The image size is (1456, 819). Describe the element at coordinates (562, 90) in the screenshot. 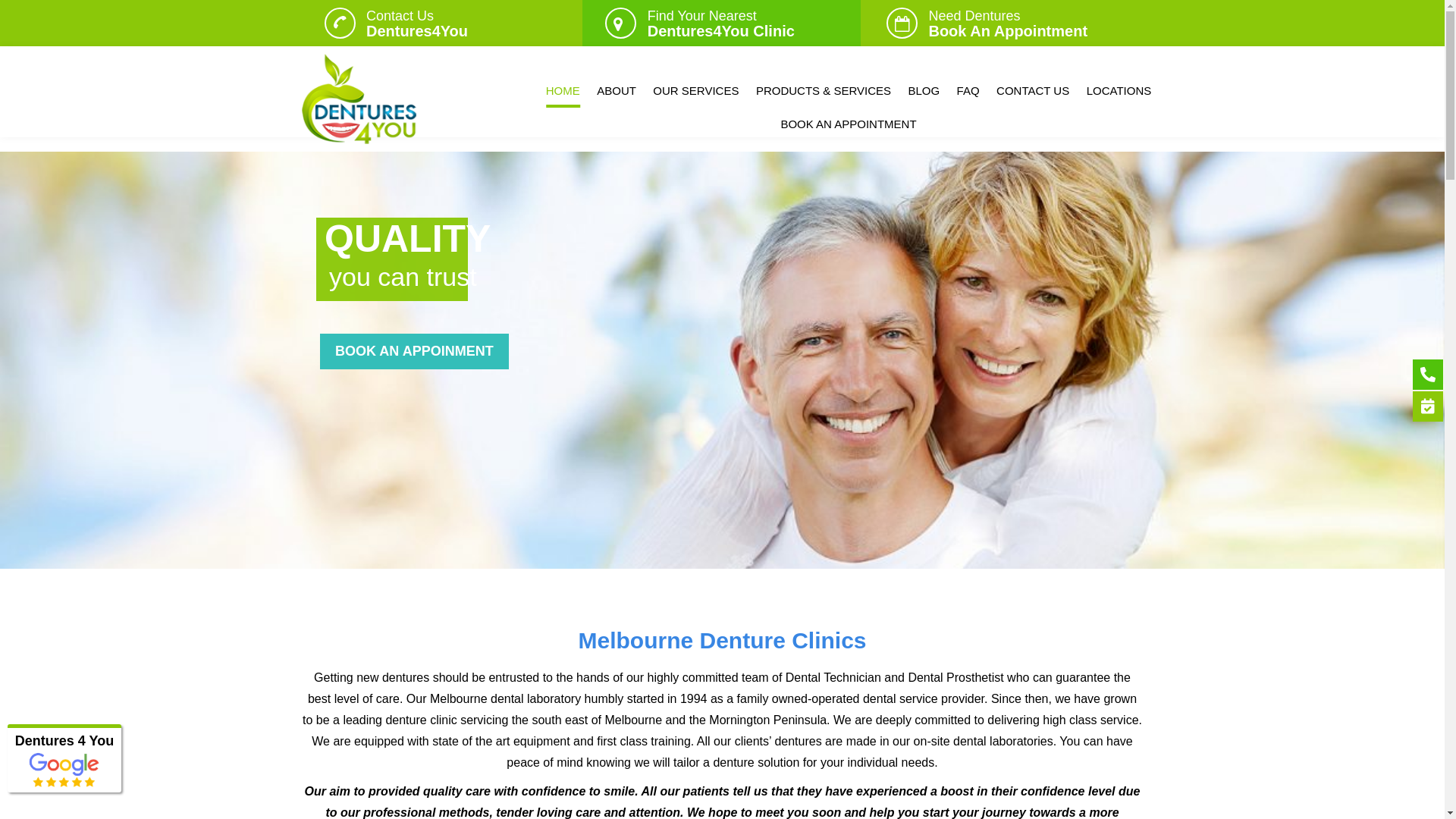

I see `'HOME'` at that location.